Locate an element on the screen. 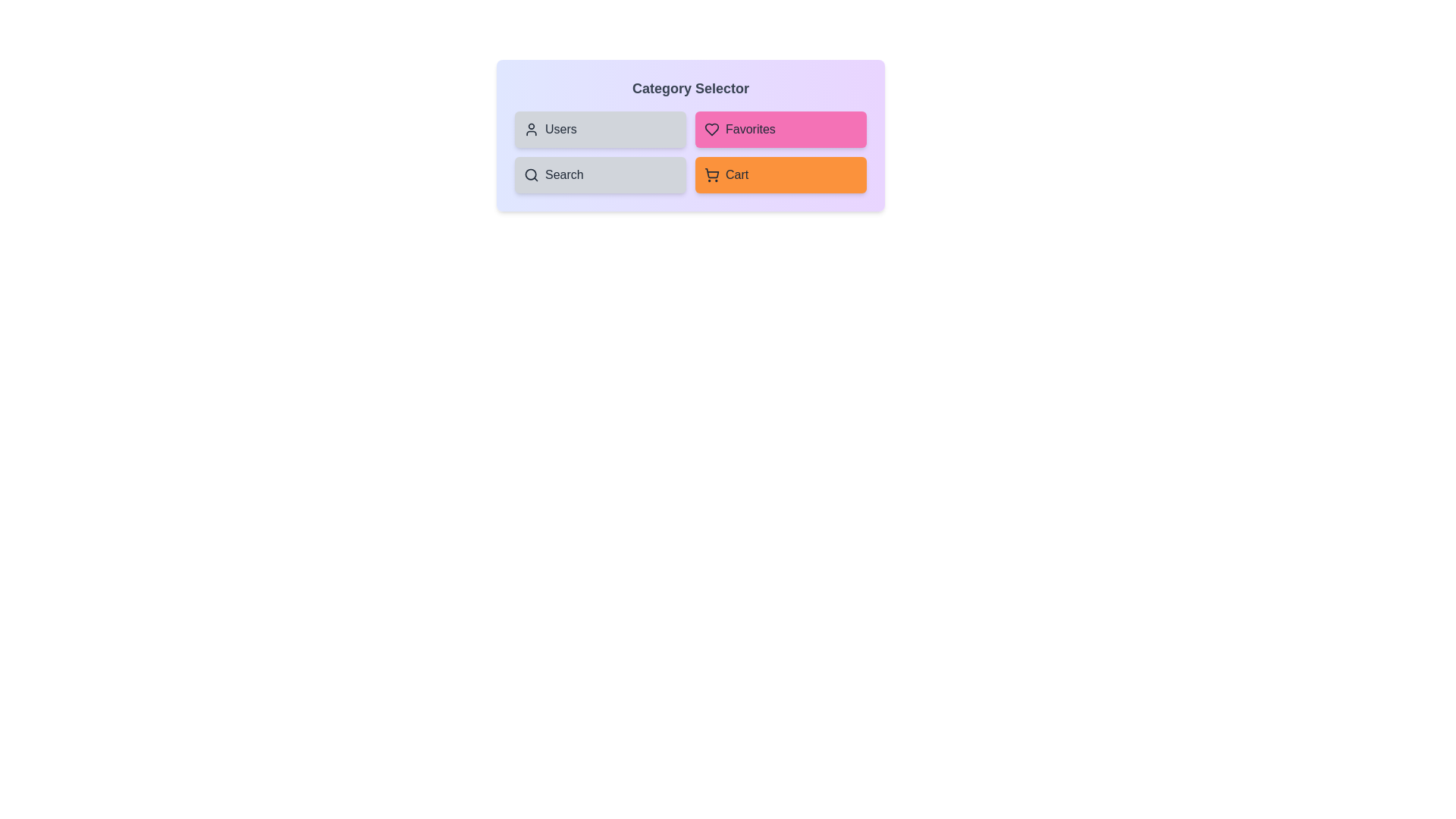  the 'Cart' button to toggle its selection state is located at coordinates (781, 174).